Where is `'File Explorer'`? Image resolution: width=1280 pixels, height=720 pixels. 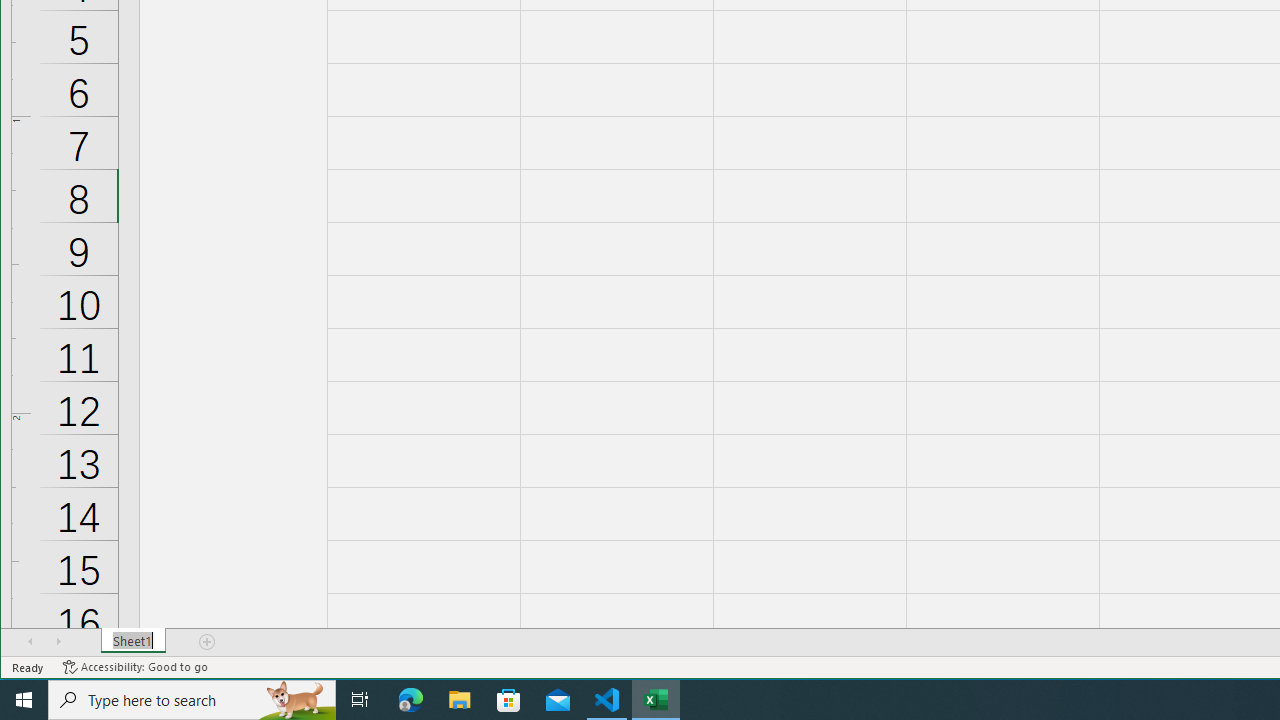 'File Explorer' is located at coordinates (459, 698).